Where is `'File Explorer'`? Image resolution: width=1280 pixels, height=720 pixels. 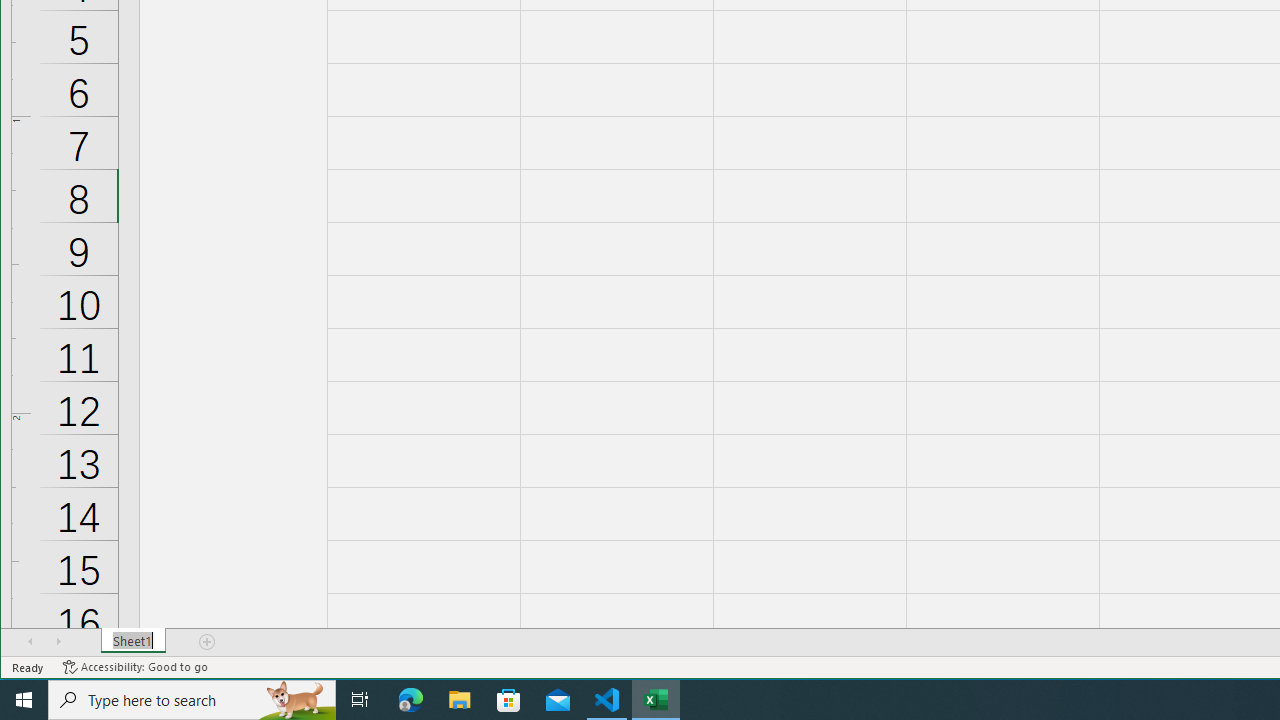 'File Explorer' is located at coordinates (459, 698).